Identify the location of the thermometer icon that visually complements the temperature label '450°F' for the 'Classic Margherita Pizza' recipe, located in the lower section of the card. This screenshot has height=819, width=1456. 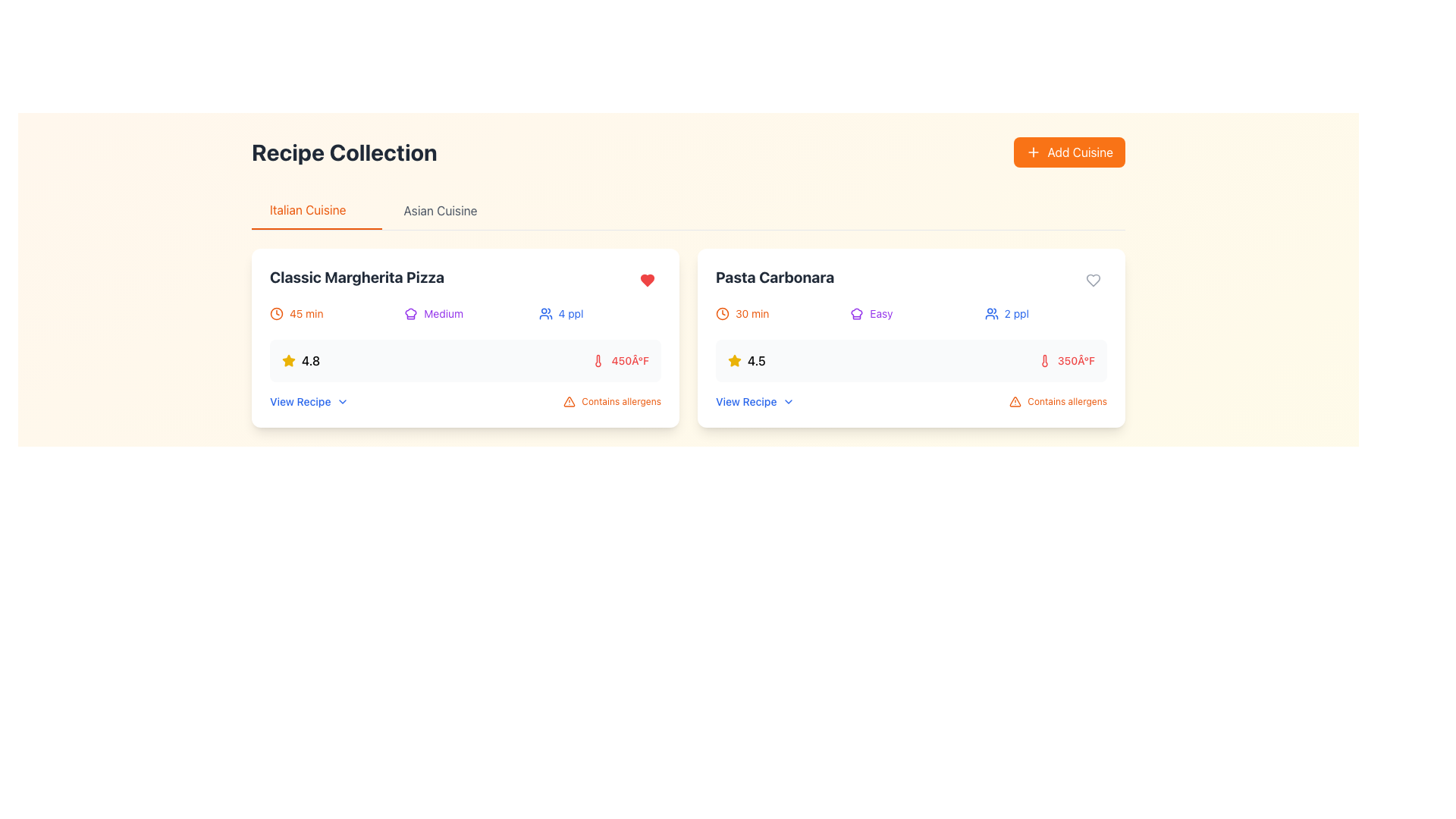
(598, 360).